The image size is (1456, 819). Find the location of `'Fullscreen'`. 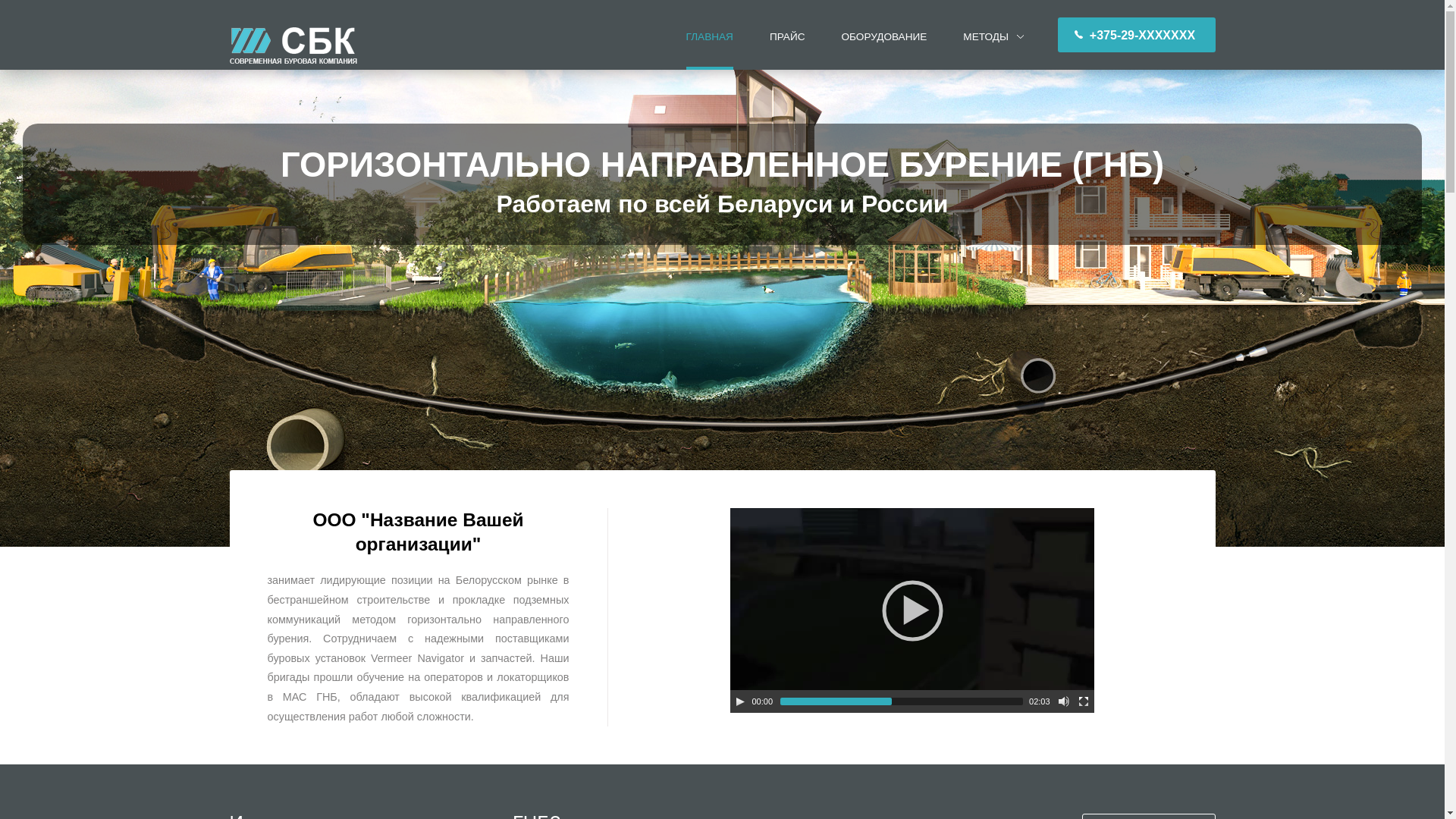

'Fullscreen' is located at coordinates (1083, 701).